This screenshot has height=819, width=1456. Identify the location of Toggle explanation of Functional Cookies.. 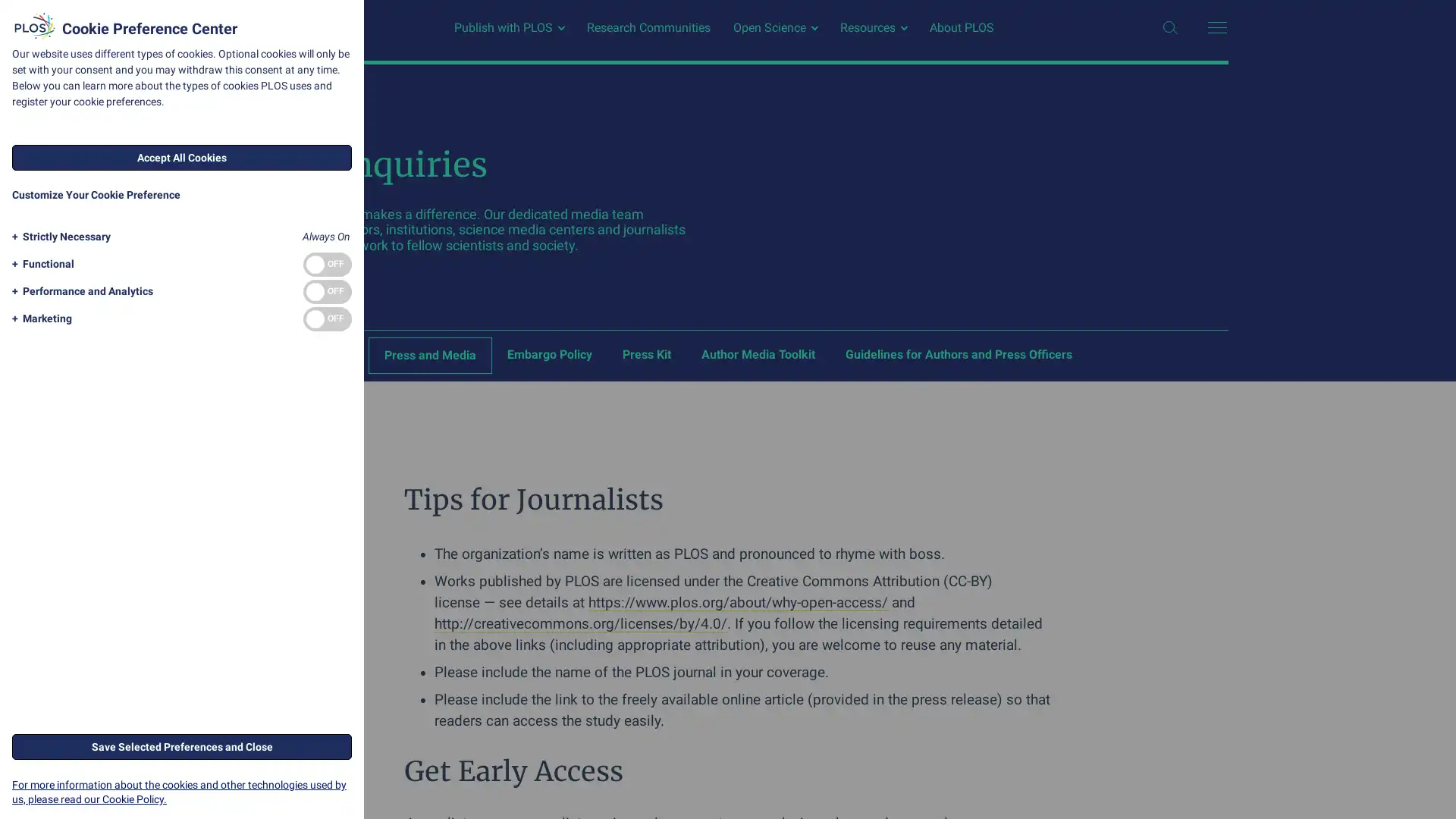
(40, 263).